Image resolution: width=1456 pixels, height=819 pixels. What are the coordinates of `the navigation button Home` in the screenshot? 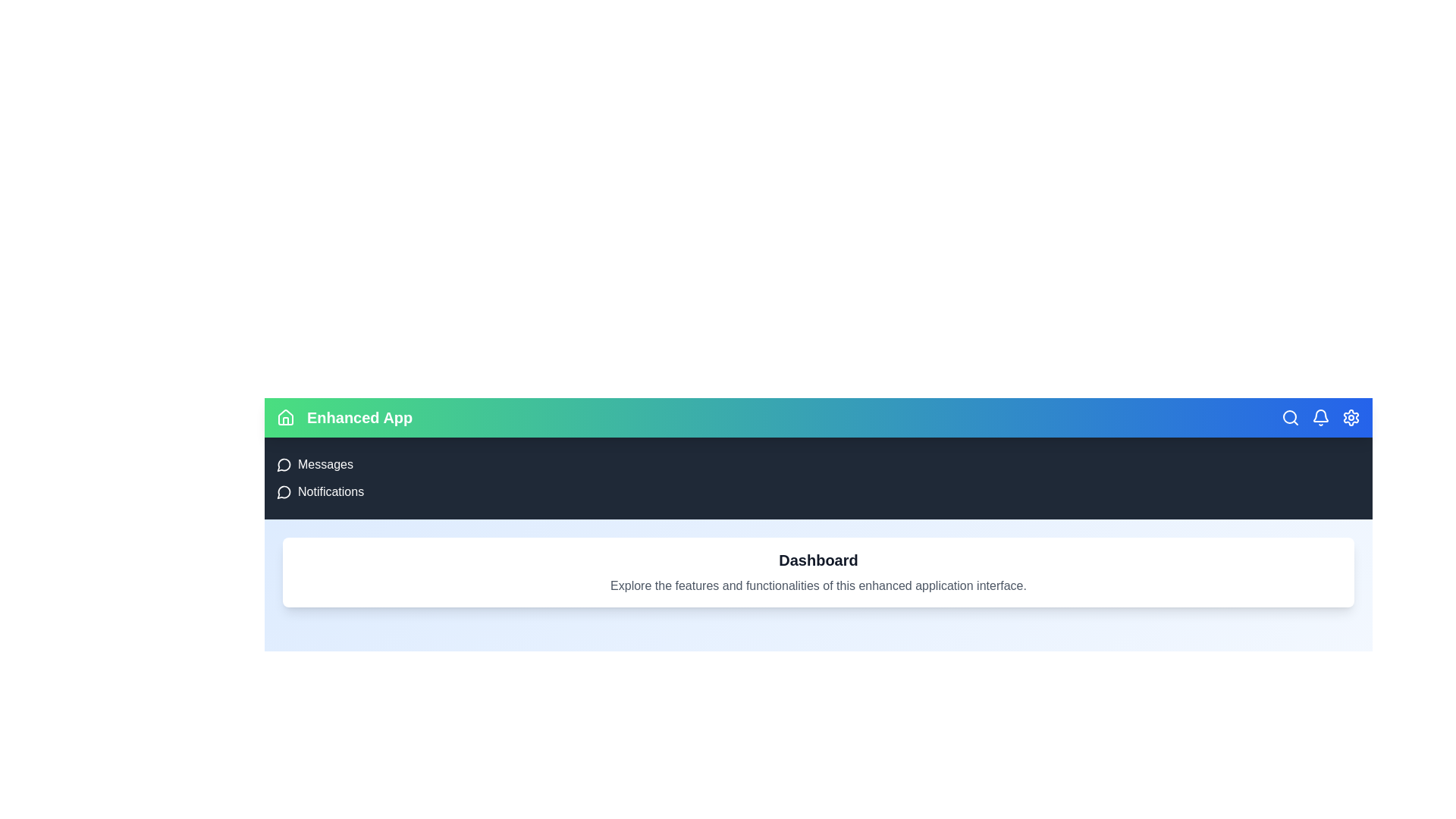 It's located at (286, 418).